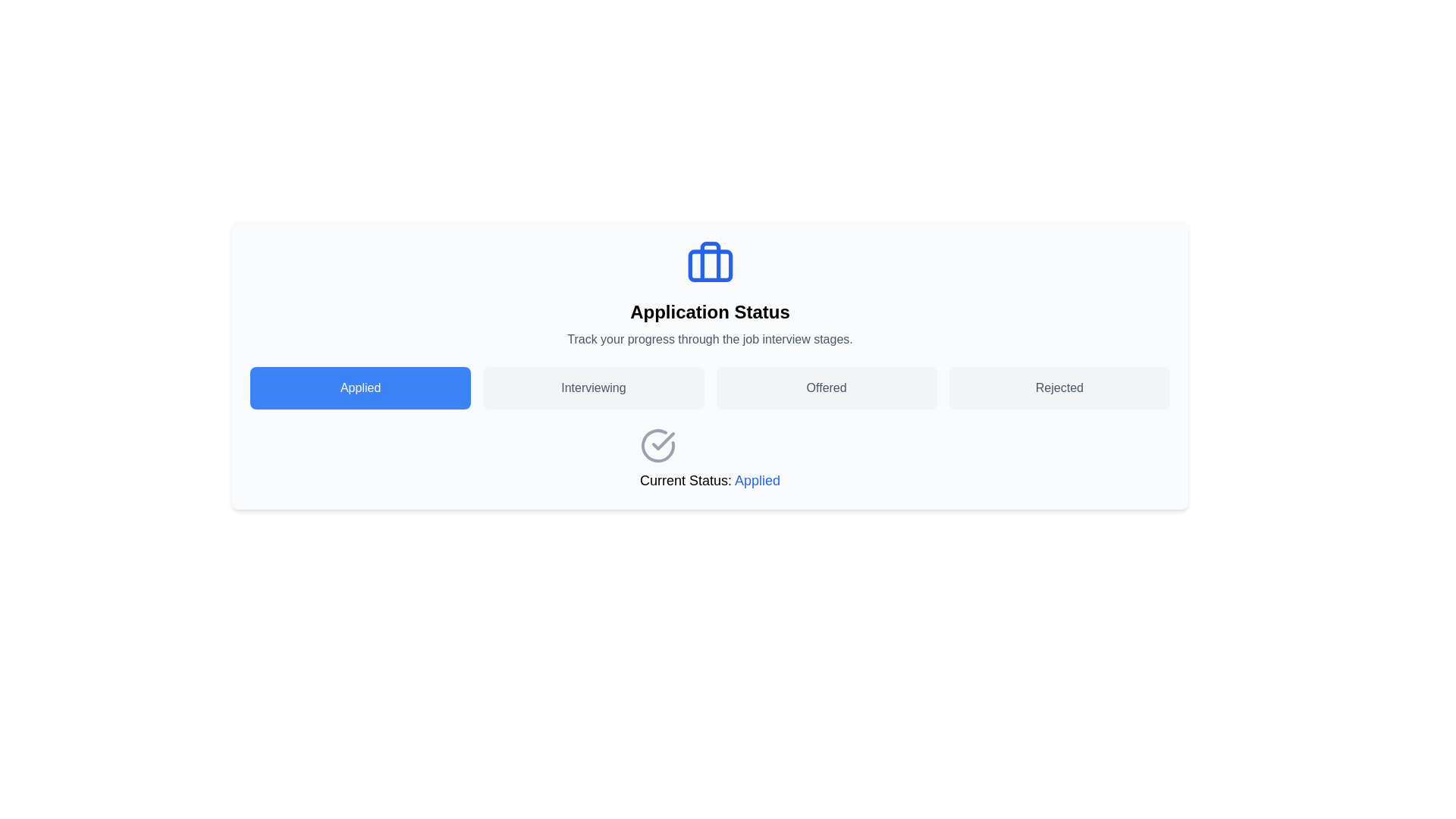  I want to click on the 'Offered' button in the application status tracking interface, so click(826, 388).